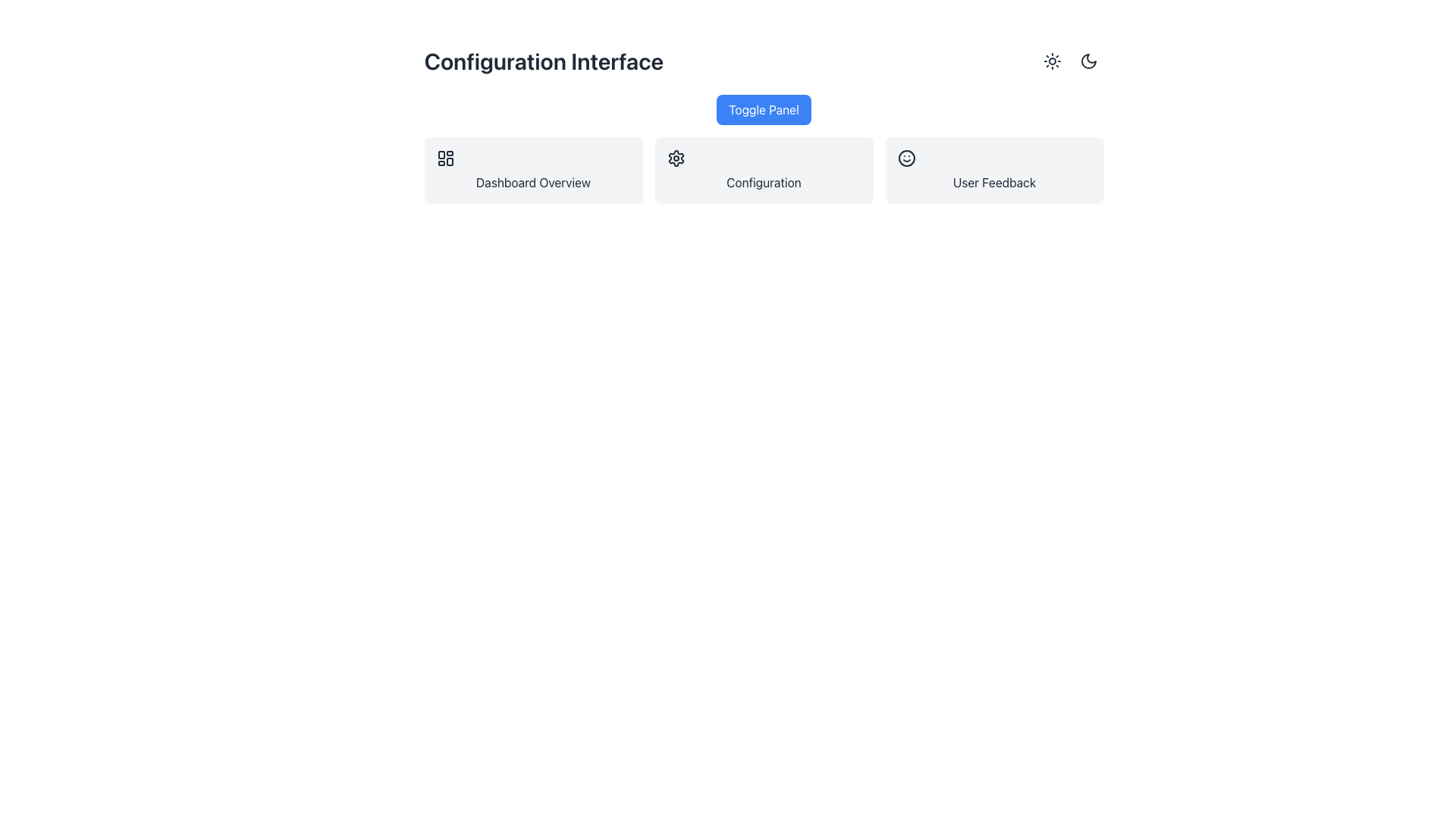  I want to click on the cog-shaped icon representing settings, located in the middle section of the layout within the 'Configuration' card, so click(675, 158).